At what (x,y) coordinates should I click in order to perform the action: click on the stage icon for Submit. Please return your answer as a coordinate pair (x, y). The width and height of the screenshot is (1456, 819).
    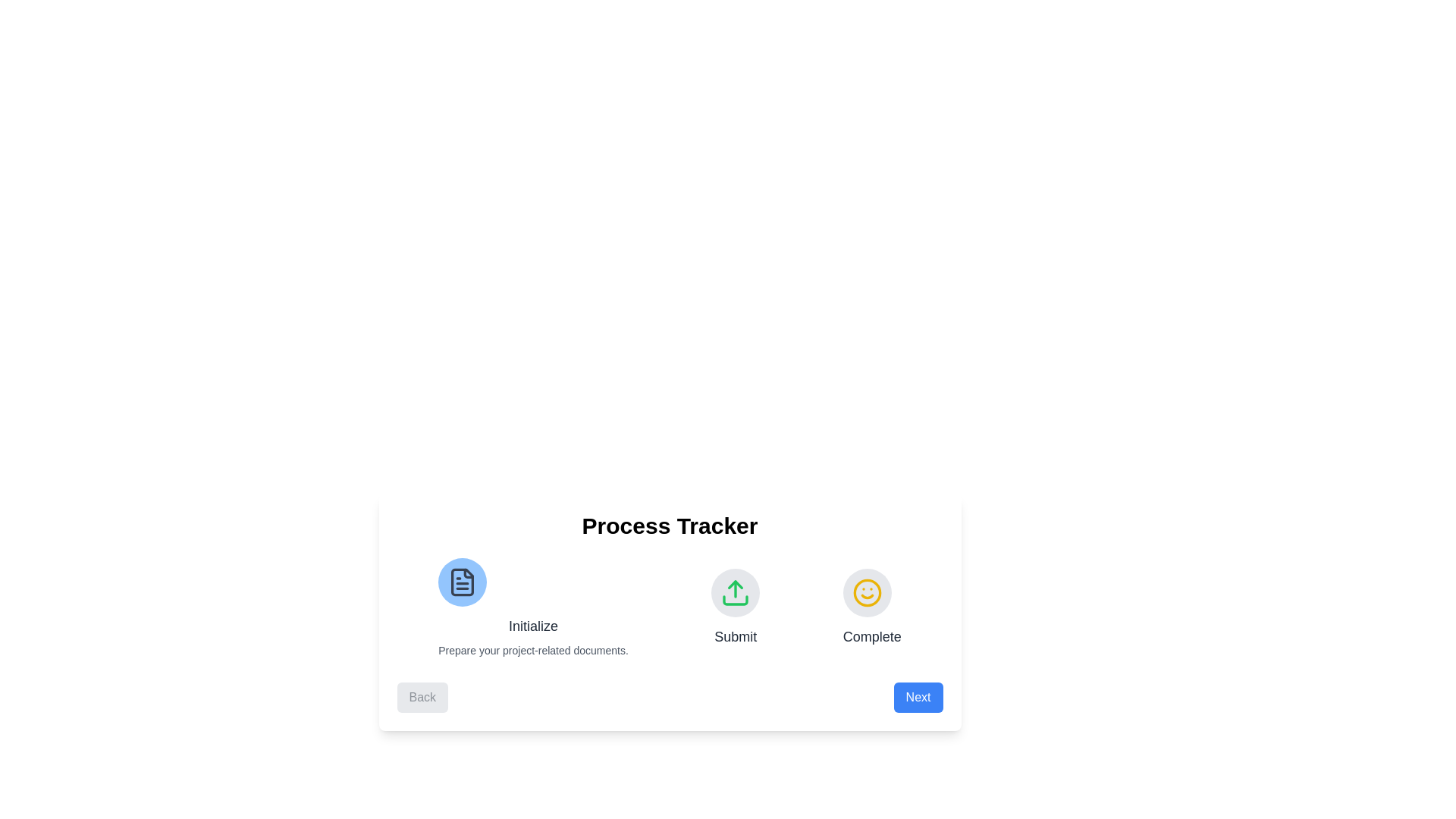
    Looking at the image, I should click on (735, 592).